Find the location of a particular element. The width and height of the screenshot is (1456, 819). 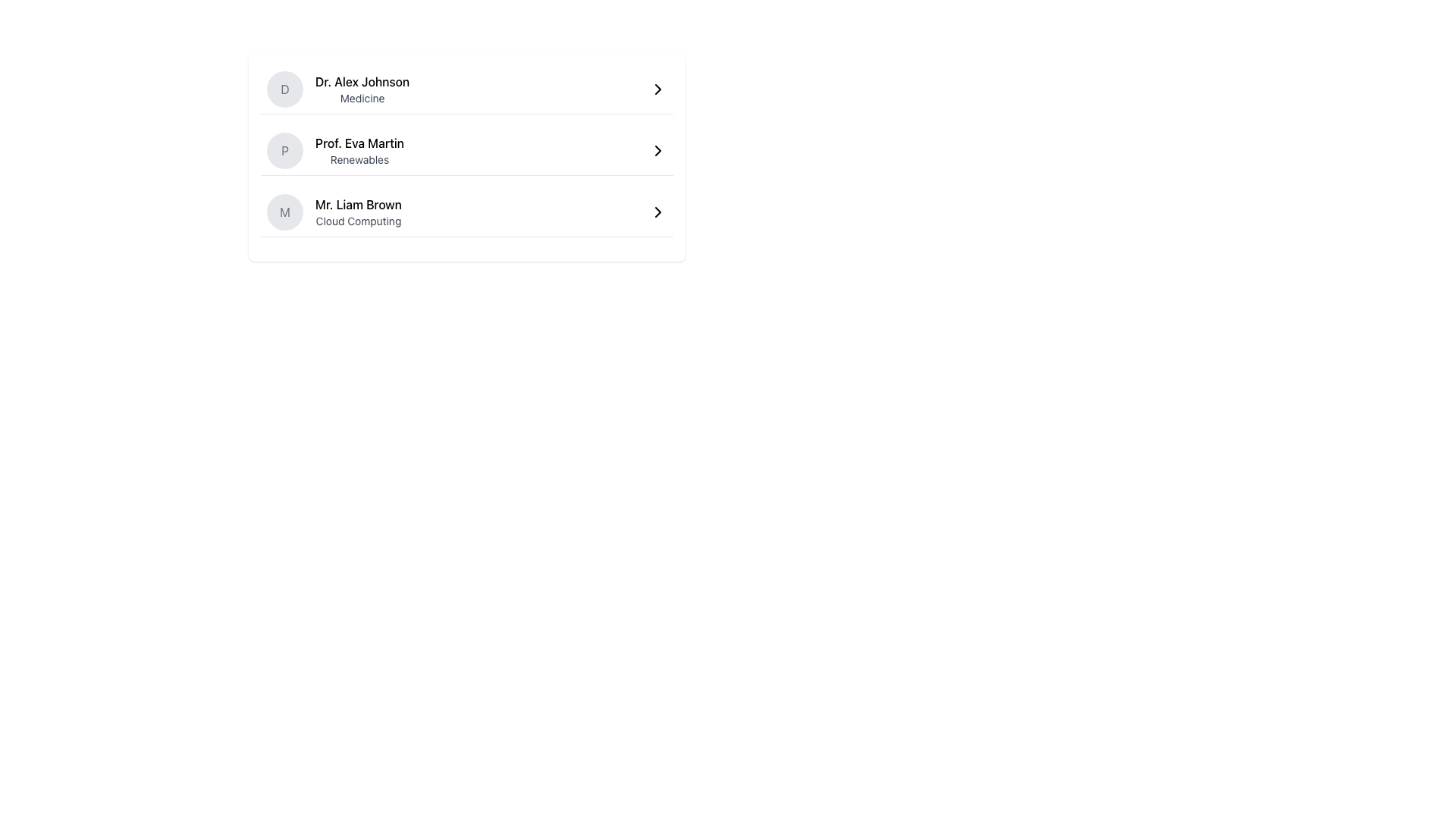

the right-facing chevron arrow icon located at the right end of the last list item for 'Mr. Liam Brown' with the subtitle 'Cloud Computing' is located at coordinates (658, 212).